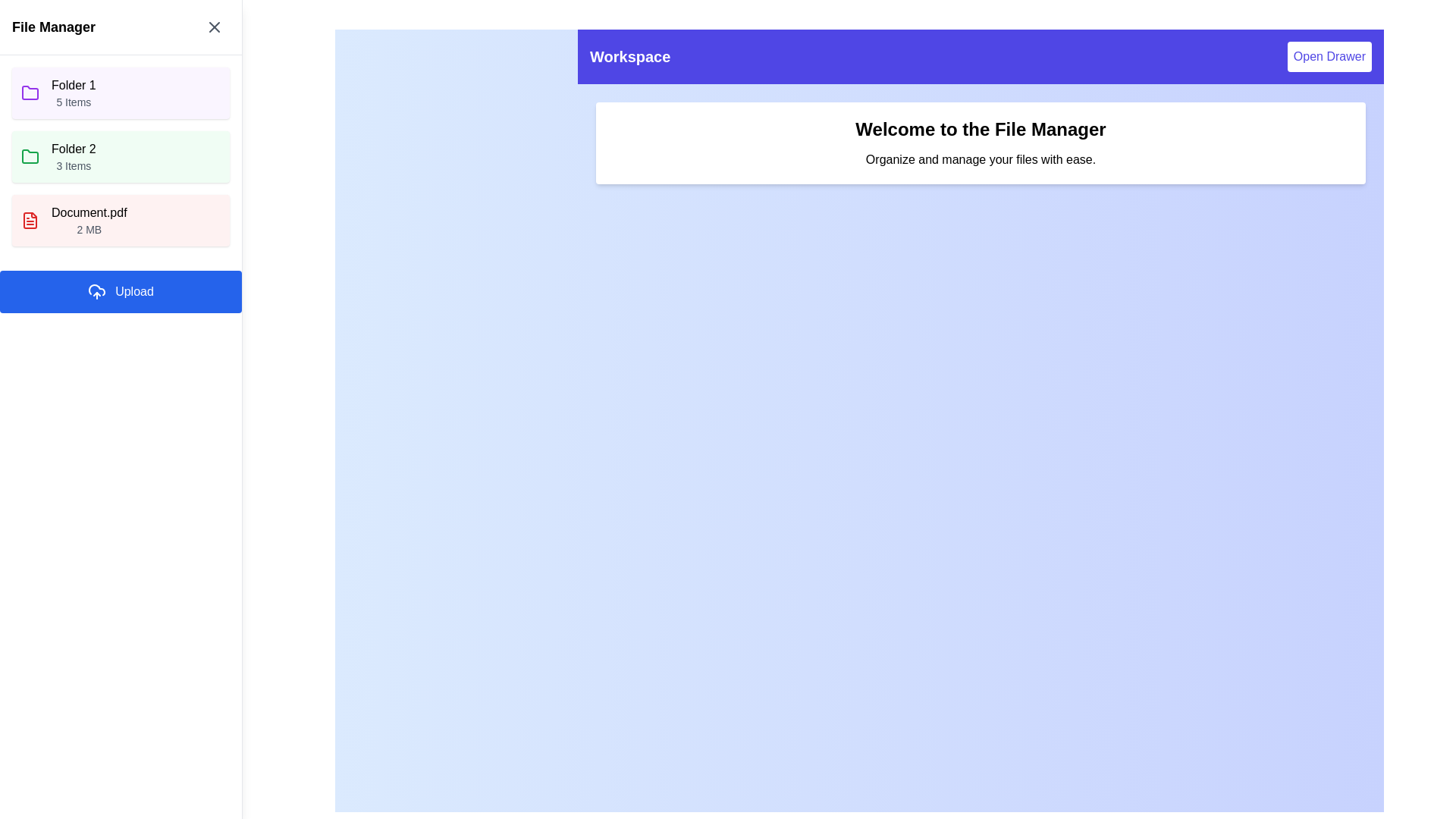 The height and width of the screenshot is (819, 1456). Describe the element at coordinates (30, 156) in the screenshot. I see `the icon that visually identifies the 'Folder 2' item in the sidebar, located in the middle-left of the highlighted item box before the text 'Folder 2'` at that location.